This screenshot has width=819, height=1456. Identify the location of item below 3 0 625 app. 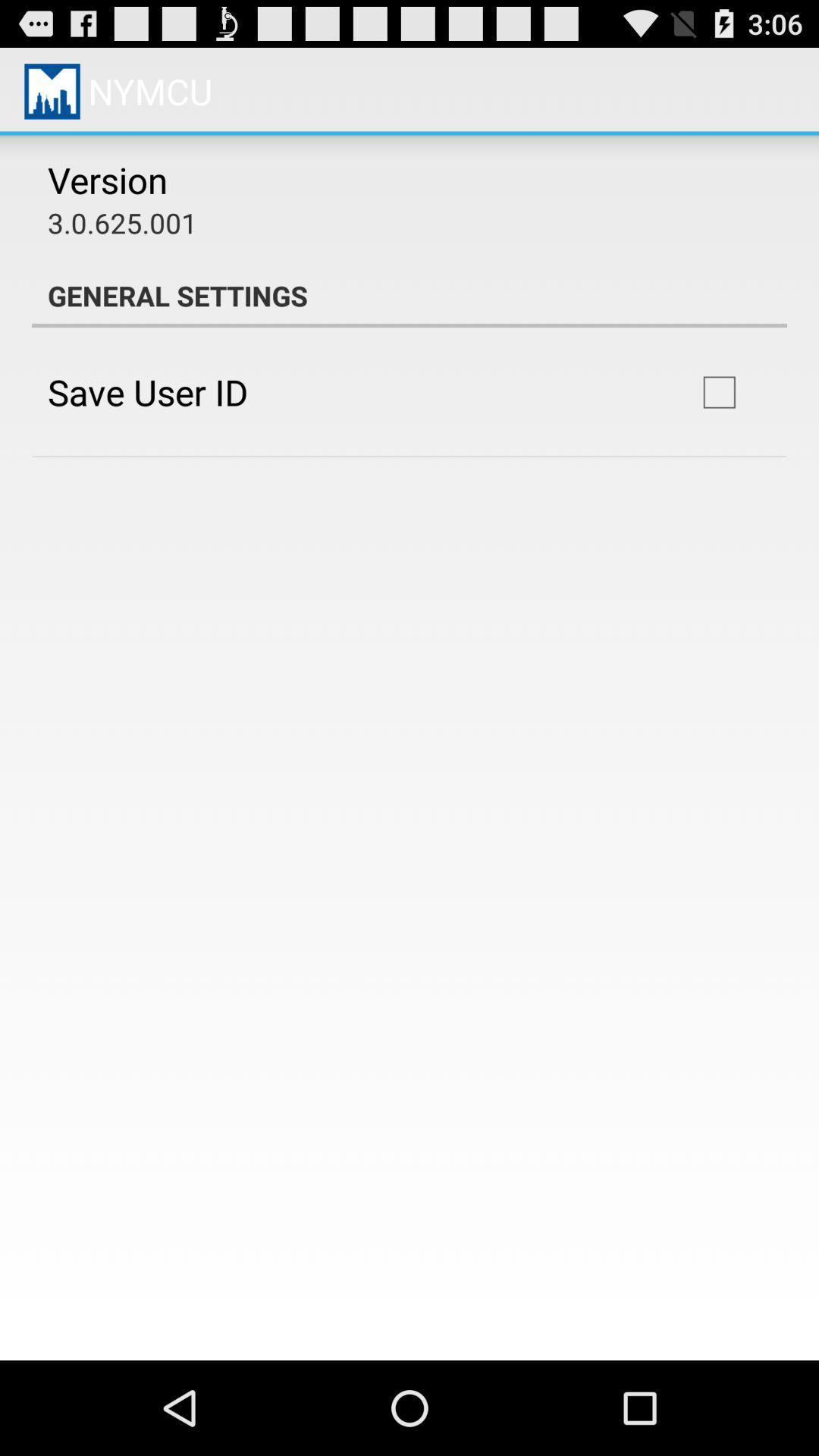
(409, 295).